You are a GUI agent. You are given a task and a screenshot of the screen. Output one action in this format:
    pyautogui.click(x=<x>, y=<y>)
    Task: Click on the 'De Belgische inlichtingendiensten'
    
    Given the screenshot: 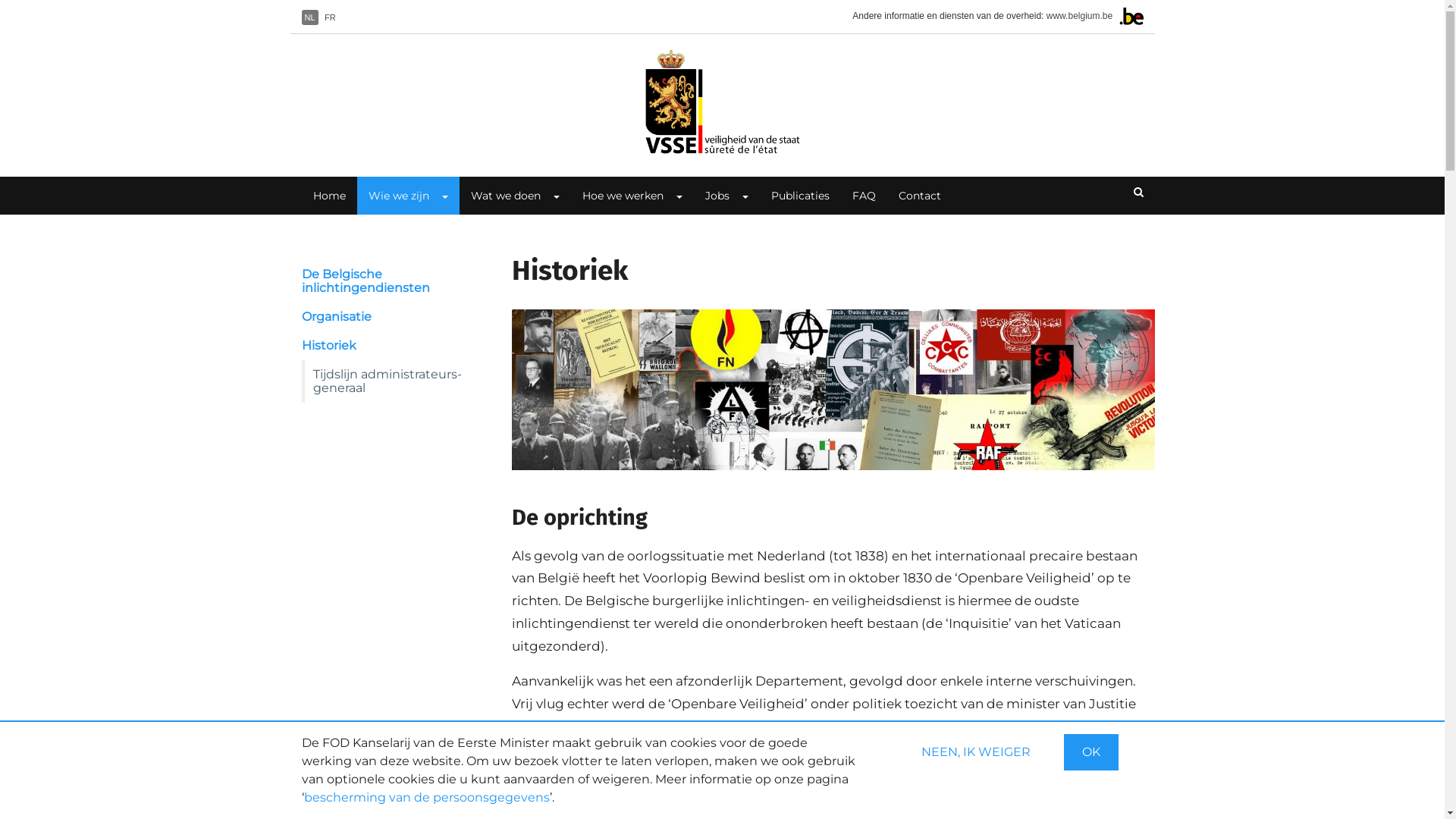 What is the action you would take?
    pyautogui.click(x=389, y=281)
    